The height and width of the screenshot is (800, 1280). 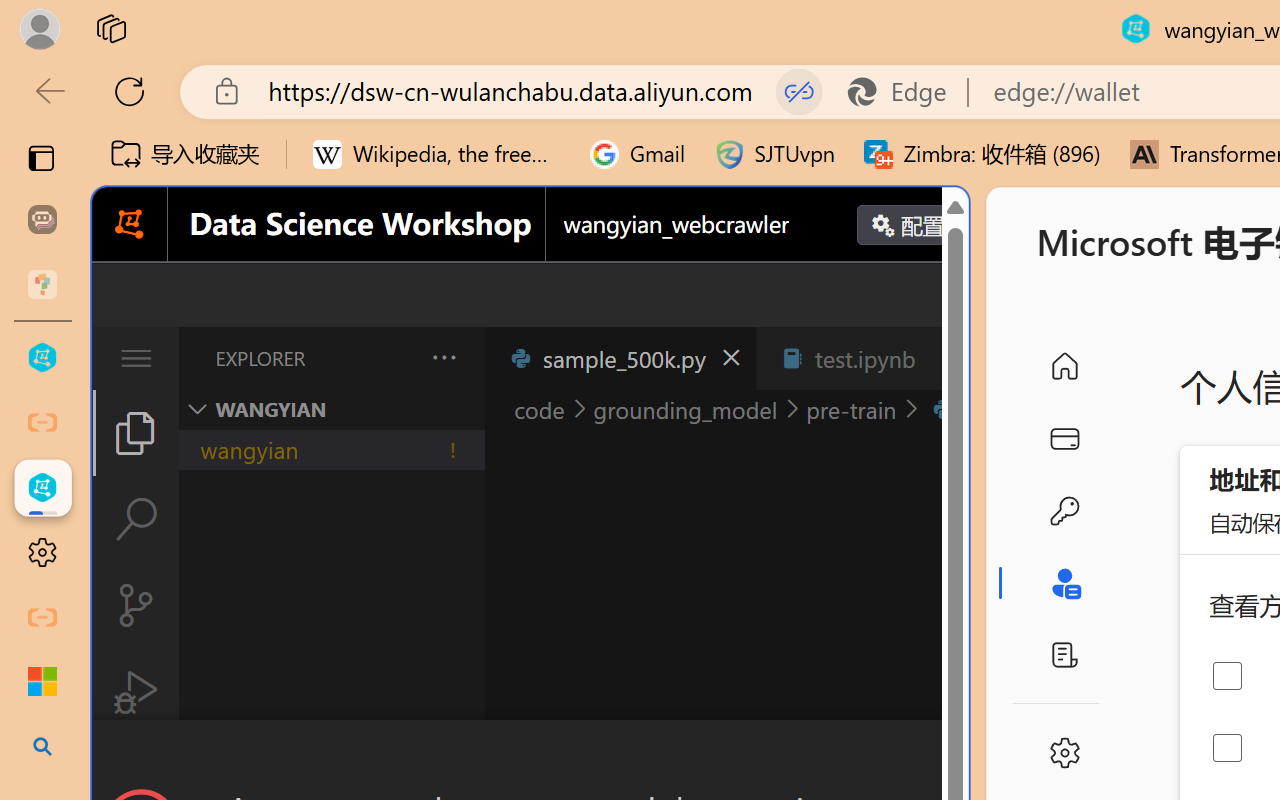 I want to click on 'Views and More Actions...', so click(x=441, y=357).